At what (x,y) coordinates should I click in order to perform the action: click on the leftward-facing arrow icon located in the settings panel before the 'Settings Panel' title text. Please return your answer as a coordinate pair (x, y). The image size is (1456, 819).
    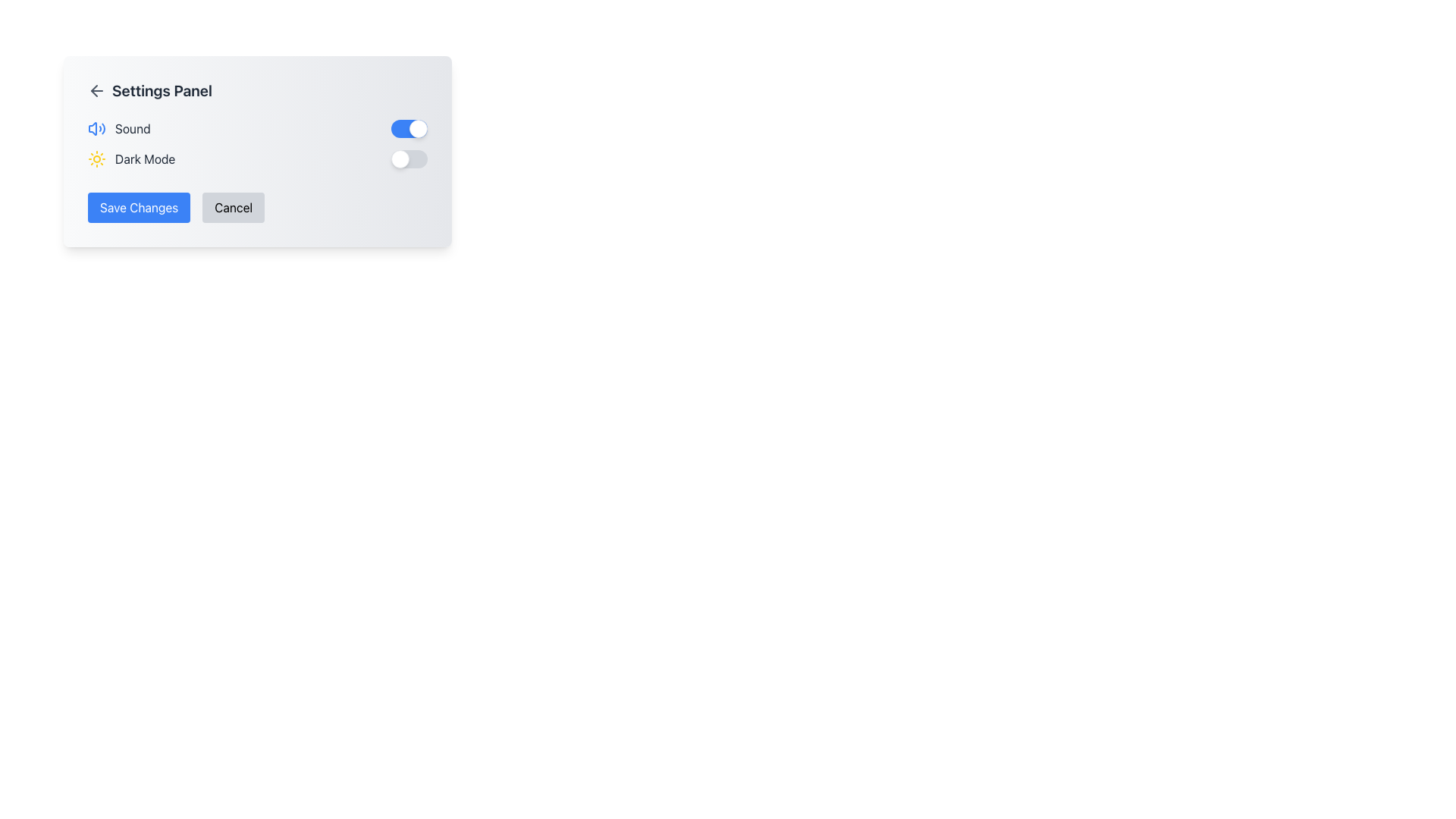
    Looking at the image, I should click on (93, 90).